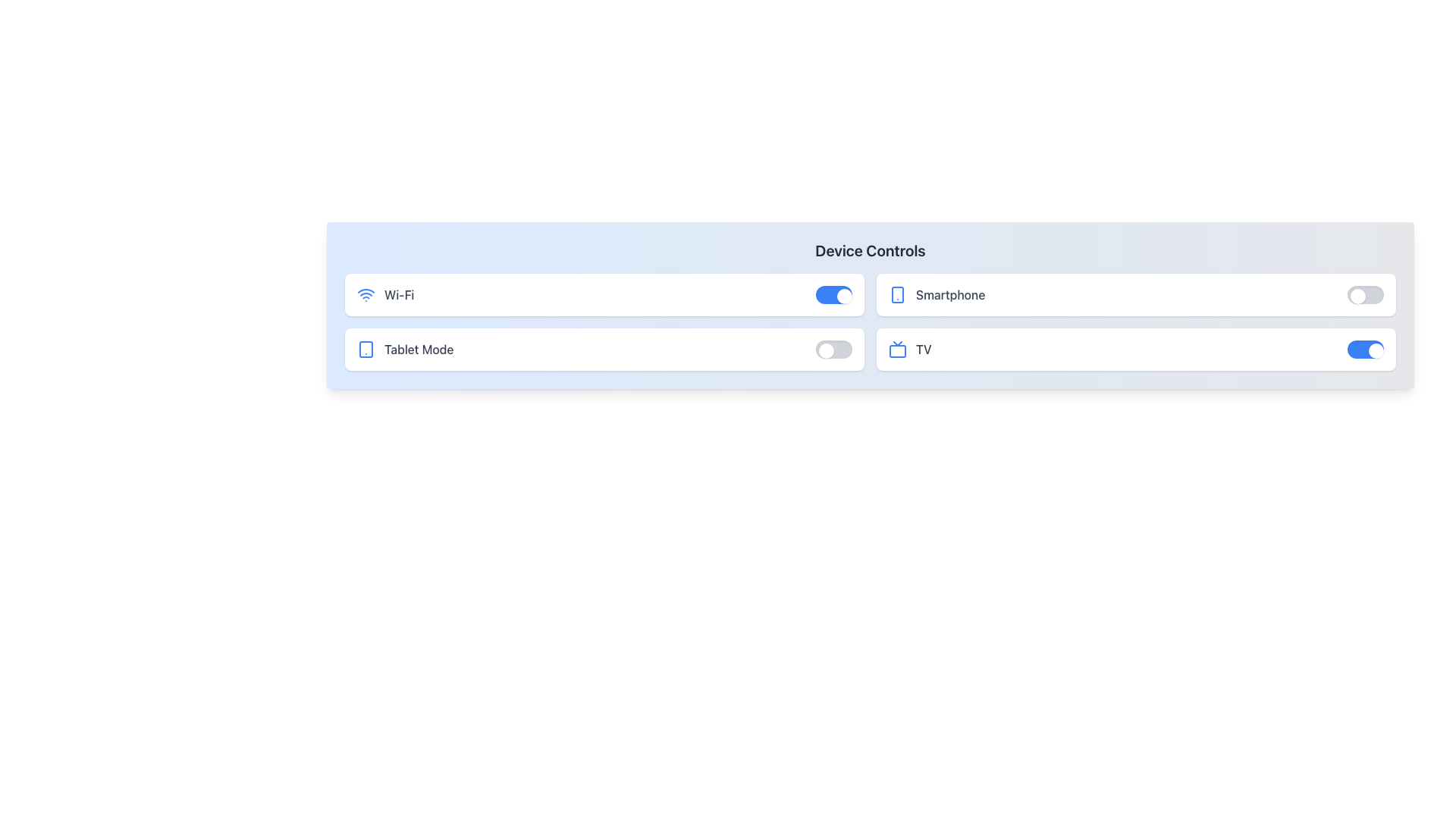 This screenshot has height=819, width=1456. I want to click on the body part of the smartphone icon located next to the 'Smartphone' label in the interface, so click(898, 295).